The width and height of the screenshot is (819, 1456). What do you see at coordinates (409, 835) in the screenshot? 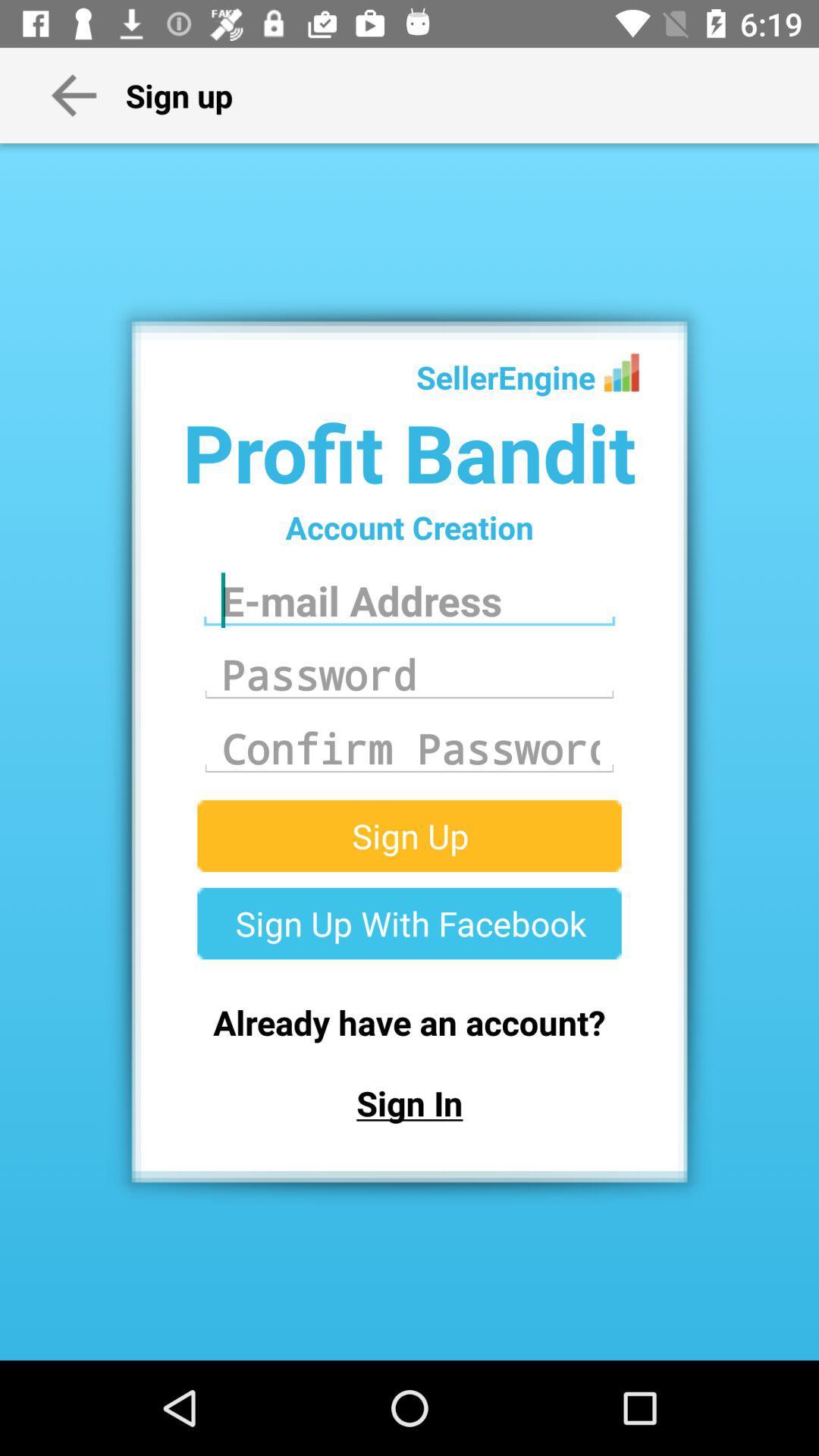
I see `the sign up buttton` at bounding box center [409, 835].